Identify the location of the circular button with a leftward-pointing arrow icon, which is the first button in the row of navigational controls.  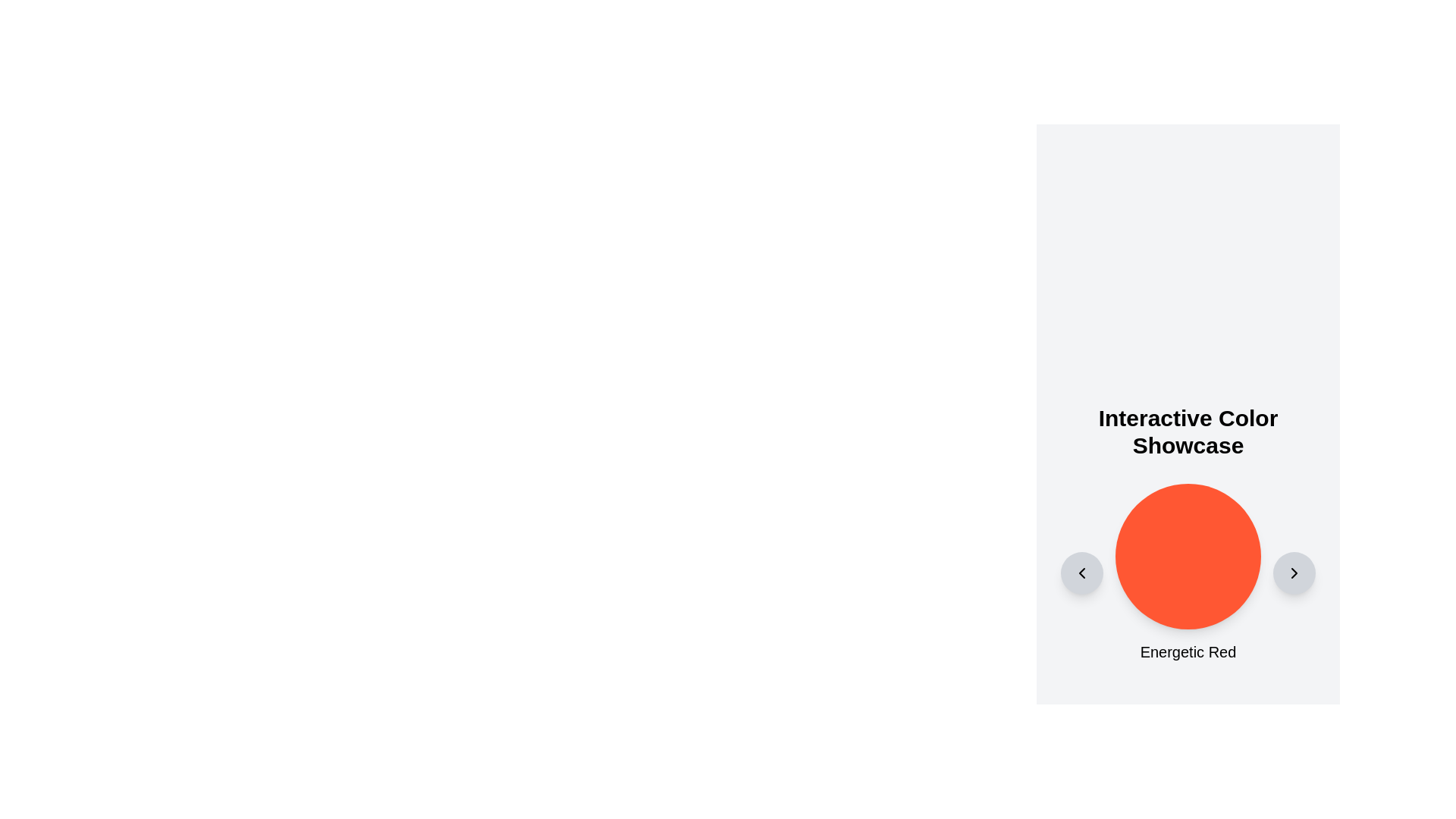
(1081, 573).